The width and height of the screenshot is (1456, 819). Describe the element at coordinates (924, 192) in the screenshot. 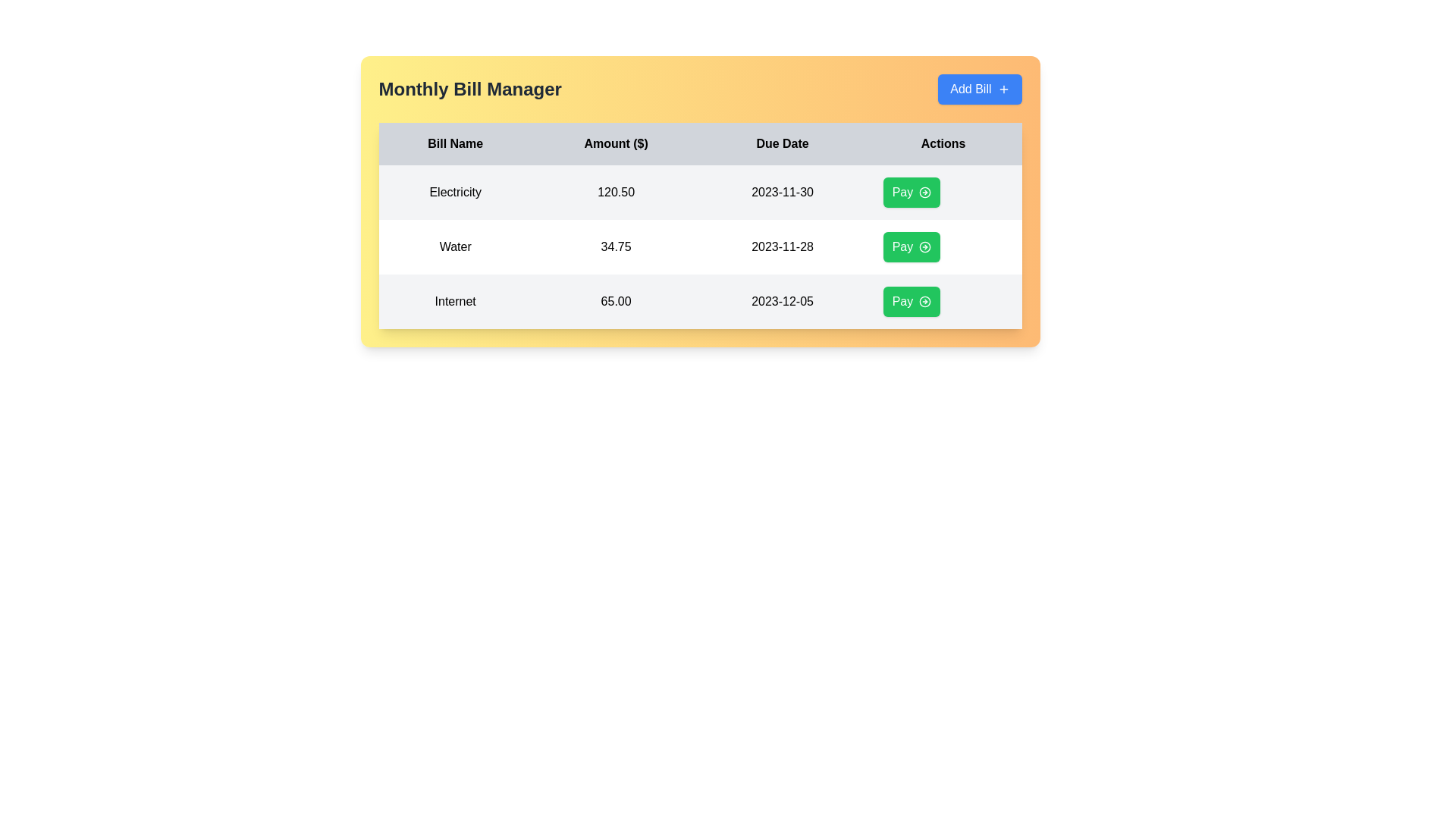

I see `the circular icon with an arrow inside the 'Pay' button, which has a green background and is located` at that location.